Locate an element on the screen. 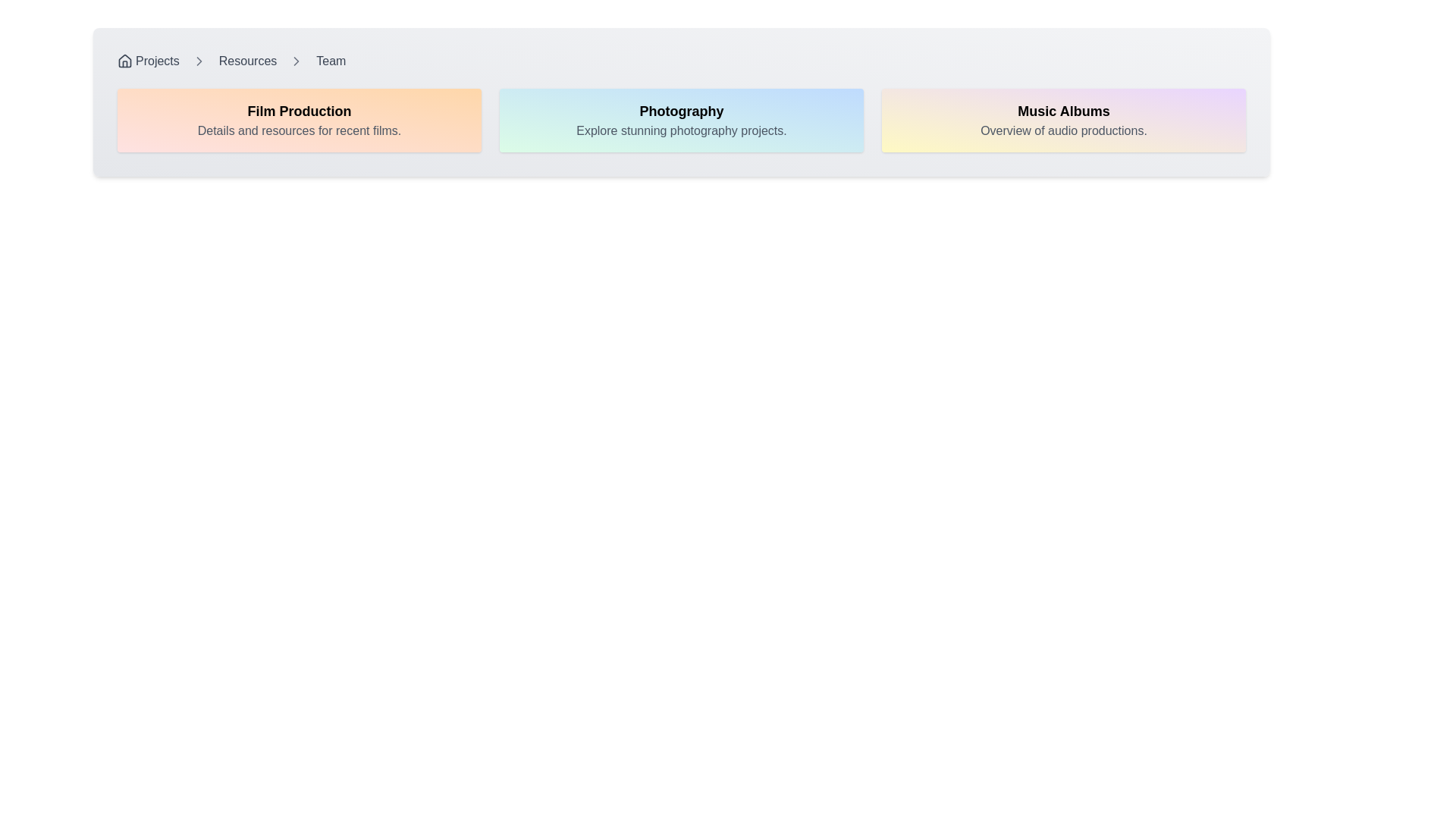 The image size is (1456, 819). the bold text label 'Film Production' located at the top center of the first rectangular card is located at coordinates (299, 110).